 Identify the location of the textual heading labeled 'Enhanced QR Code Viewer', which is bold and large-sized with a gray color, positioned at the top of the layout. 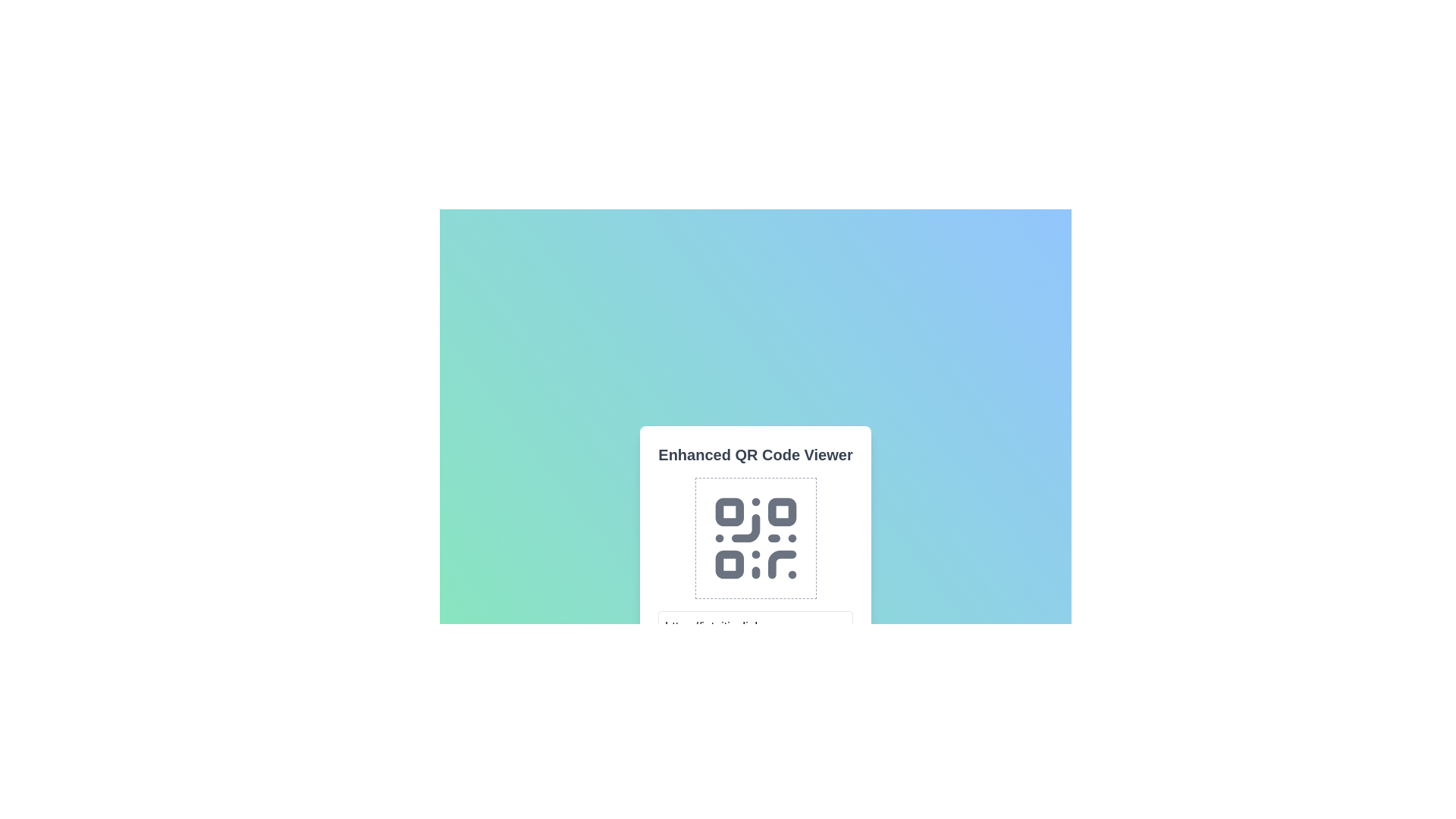
(755, 454).